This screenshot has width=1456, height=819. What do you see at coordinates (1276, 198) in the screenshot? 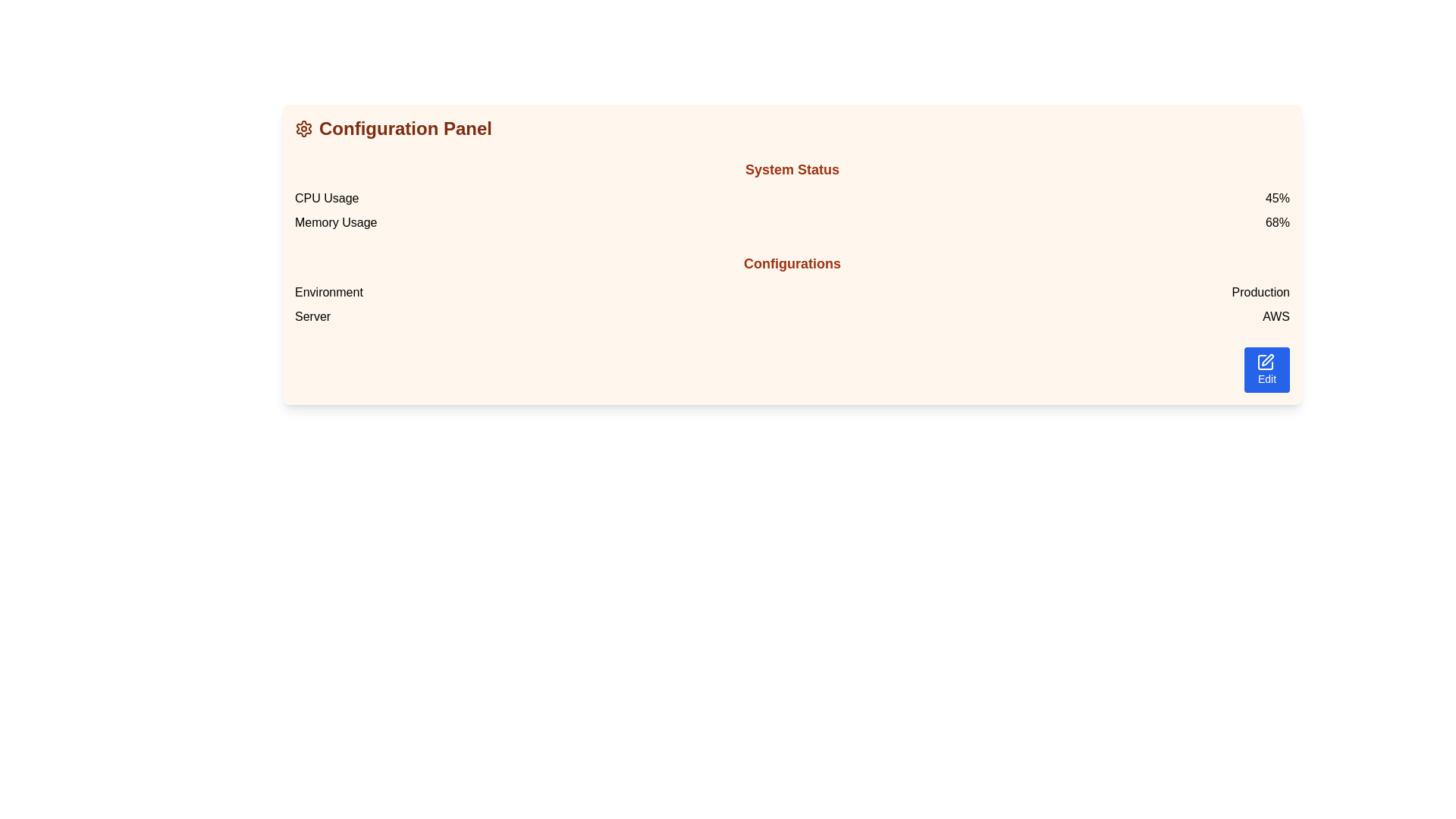
I see `the static text label displaying the current CPU usage percentage, which is located to the right of the 'CPU Usage' text label` at bounding box center [1276, 198].